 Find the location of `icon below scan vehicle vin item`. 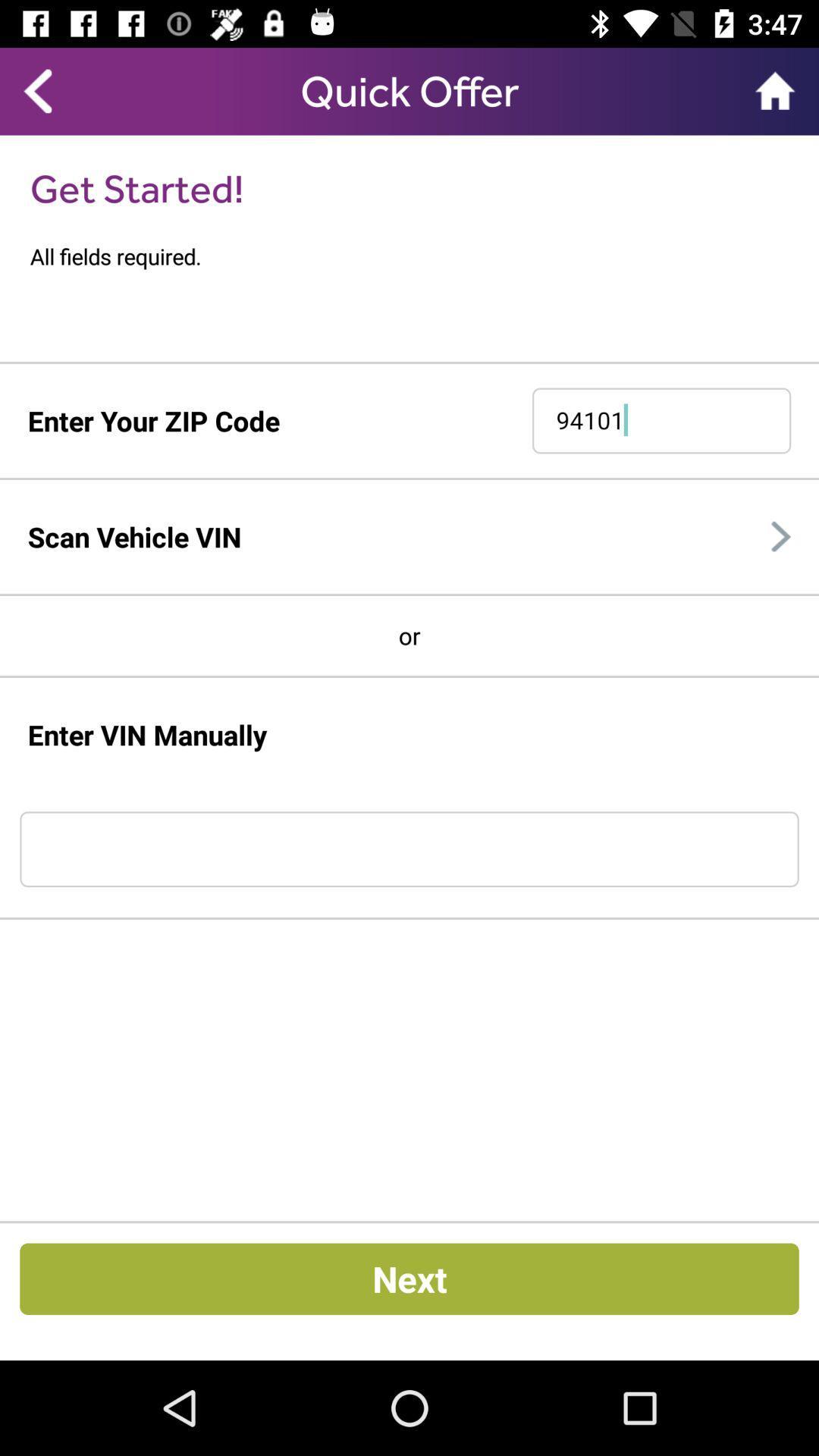

icon below scan vehicle vin item is located at coordinates (409, 594).